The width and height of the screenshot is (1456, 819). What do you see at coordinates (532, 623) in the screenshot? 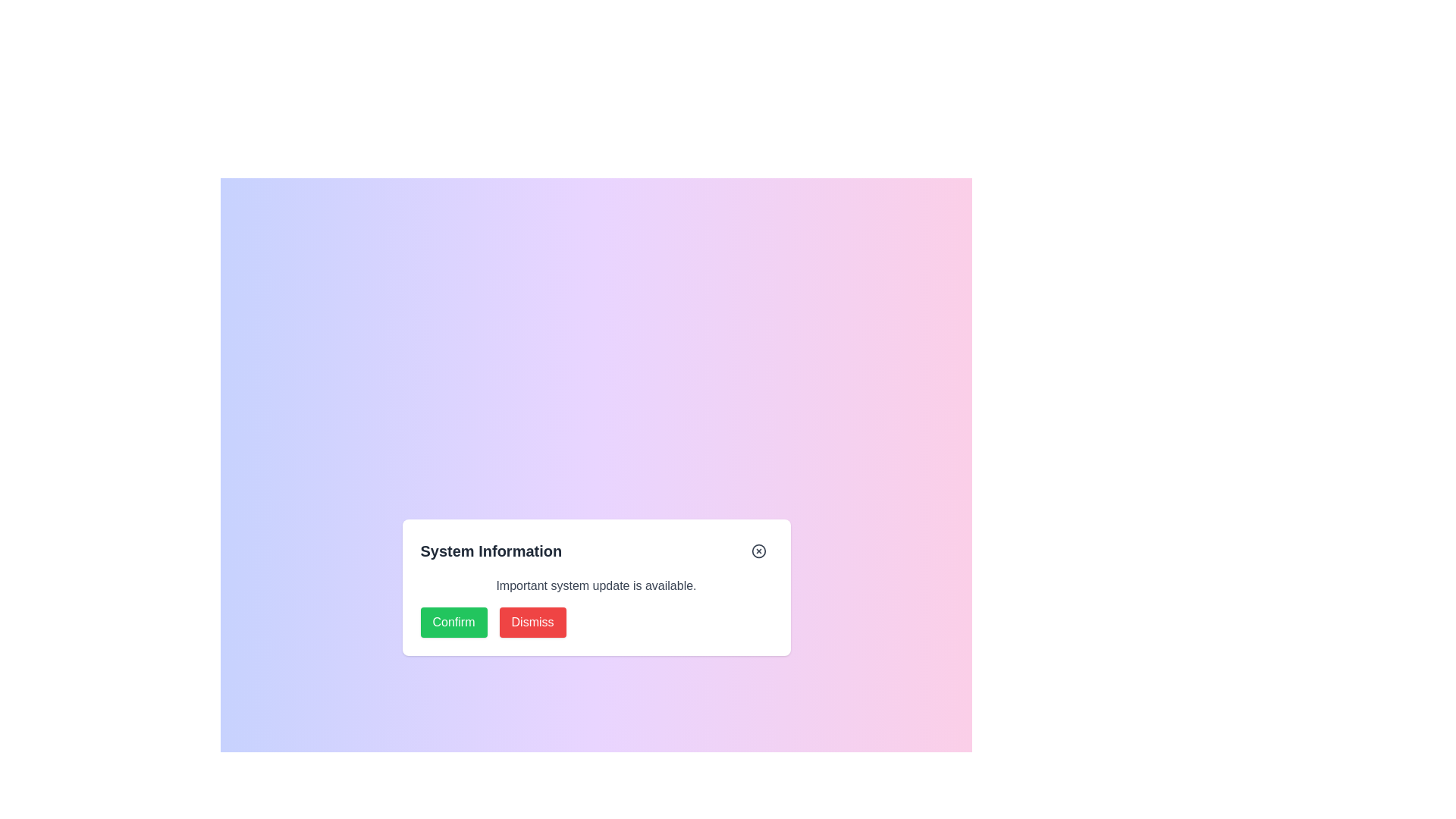
I see `the red 'Dismiss' button to observe style changes, which include a background color change to a darker red` at bounding box center [532, 623].